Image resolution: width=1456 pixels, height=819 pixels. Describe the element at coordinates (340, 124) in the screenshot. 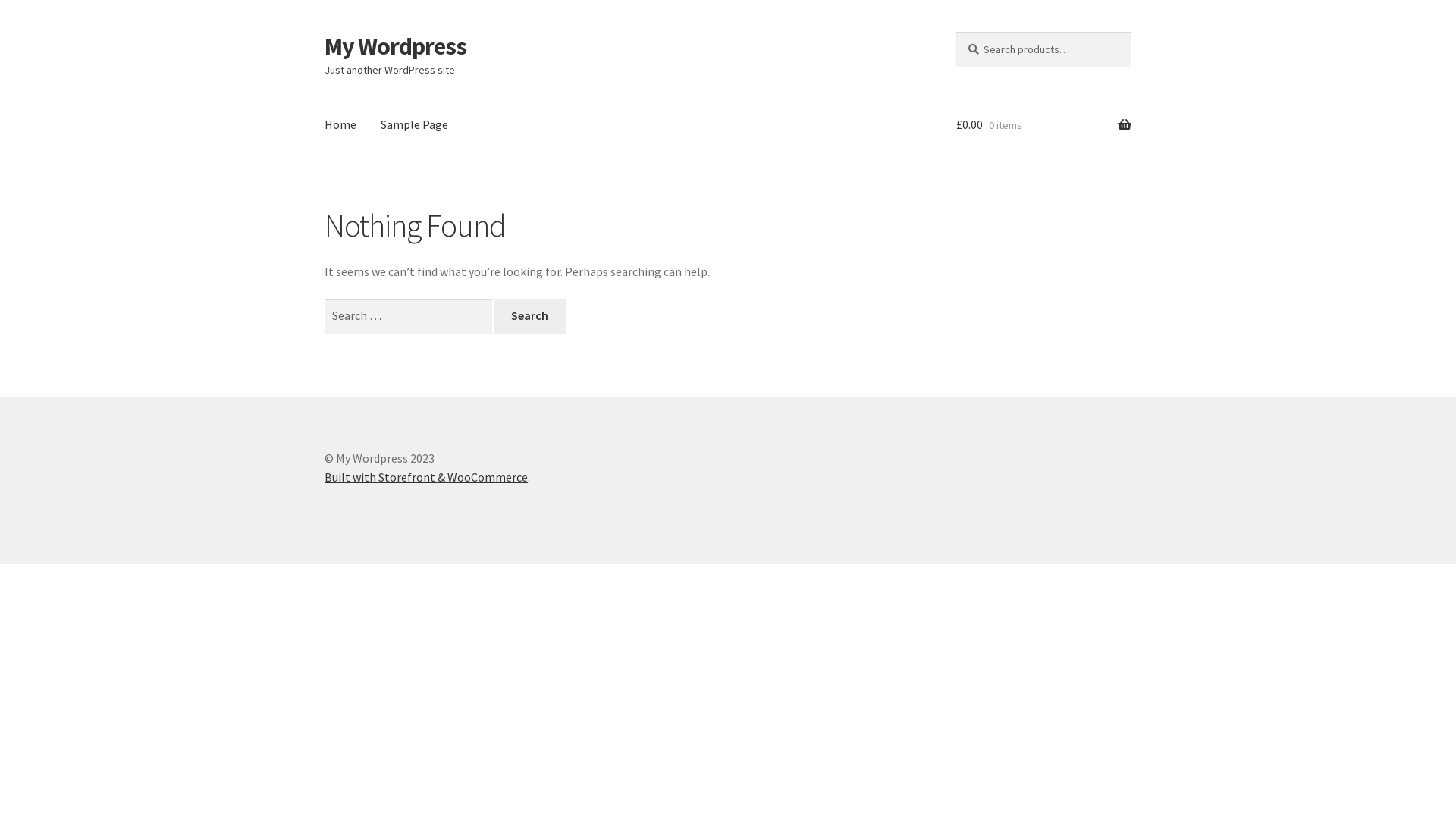

I see `'Home'` at that location.